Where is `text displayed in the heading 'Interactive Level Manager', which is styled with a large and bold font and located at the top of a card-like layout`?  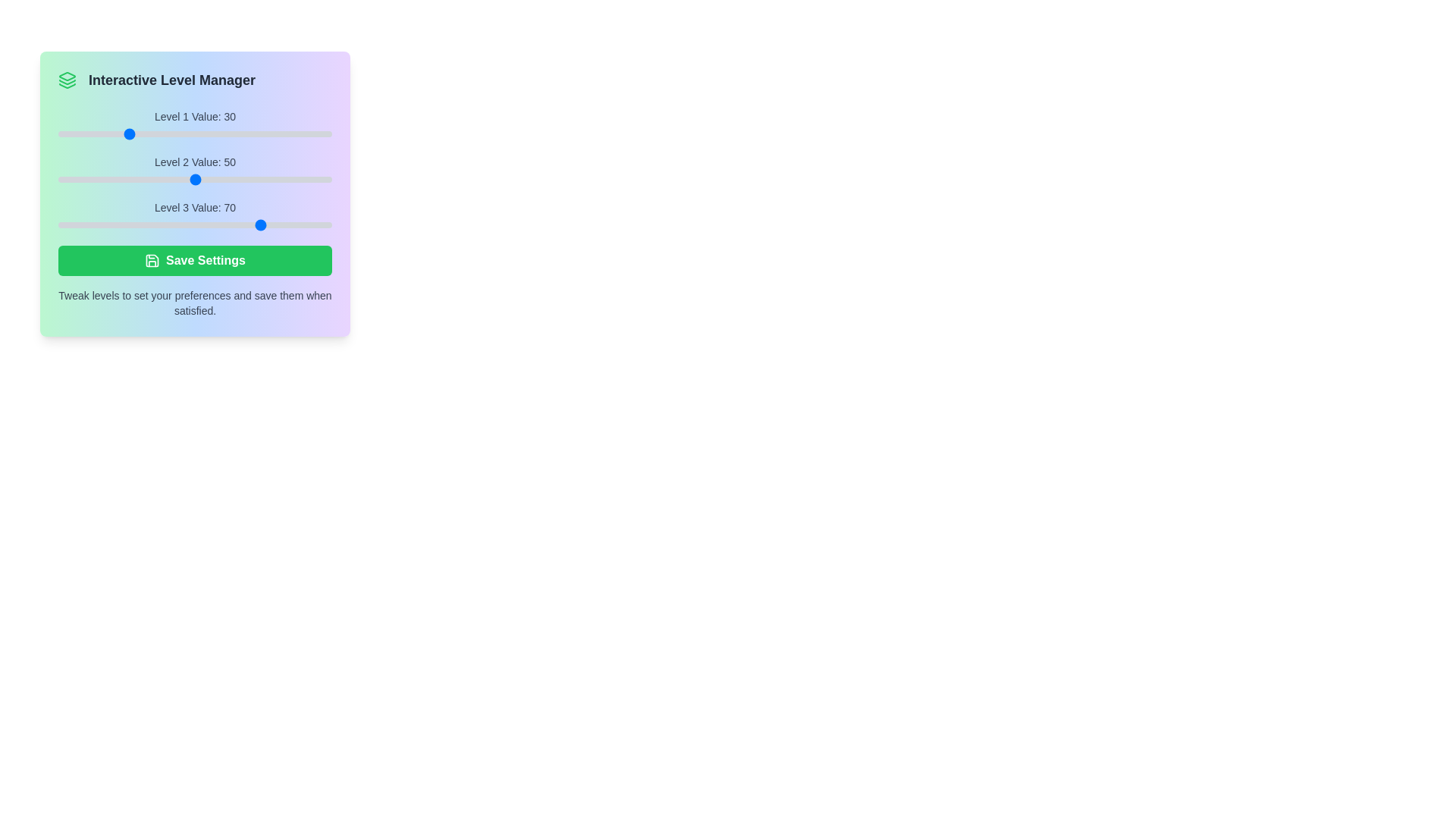 text displayed in the heading 'Interactive Level Manager', which is styled with a large and bold font and located at the top of a card-like layout is located at coordinates (172, 80).